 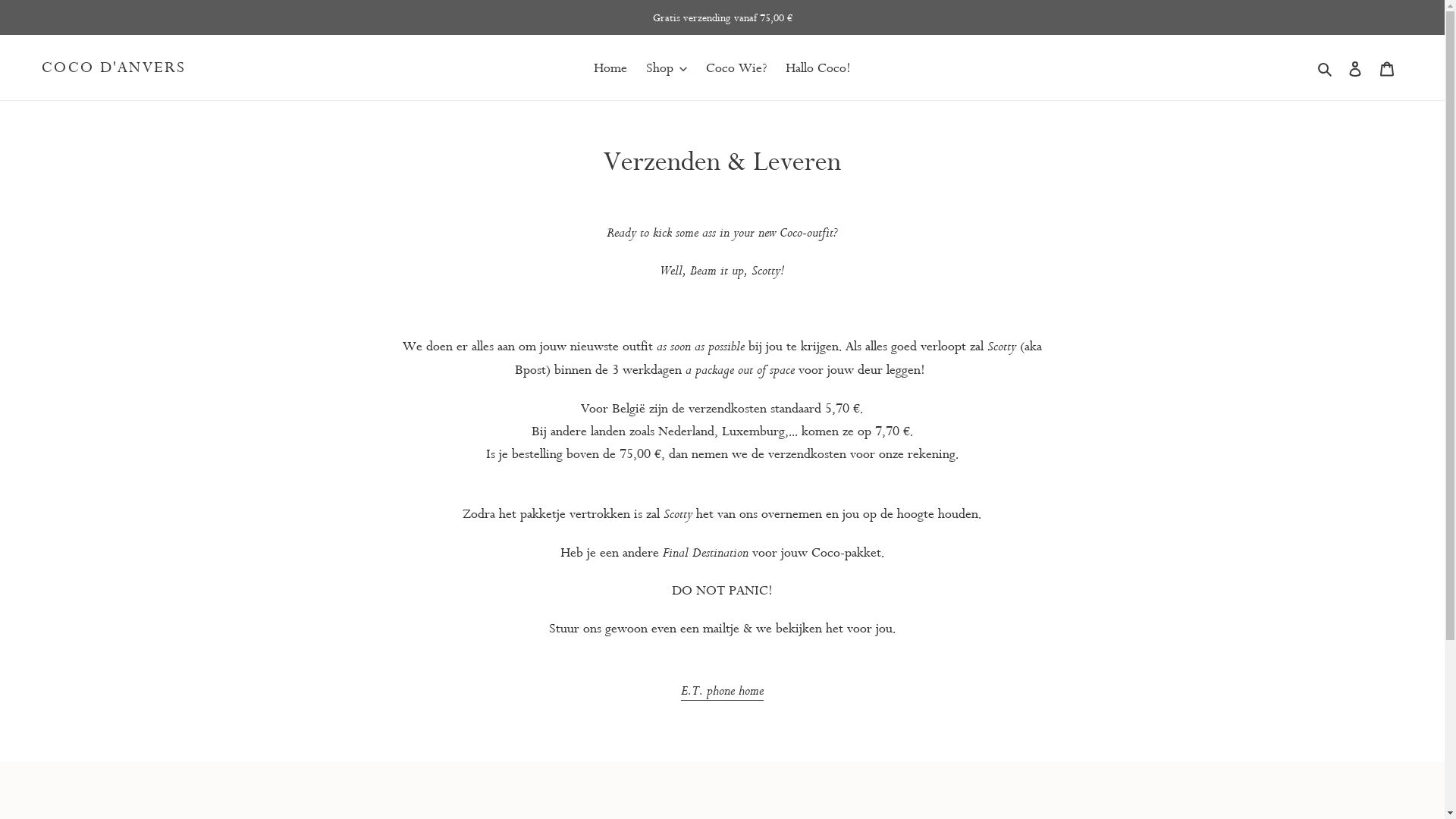 I want to click on 'E.T. phone home', so click(x=721, y=690).